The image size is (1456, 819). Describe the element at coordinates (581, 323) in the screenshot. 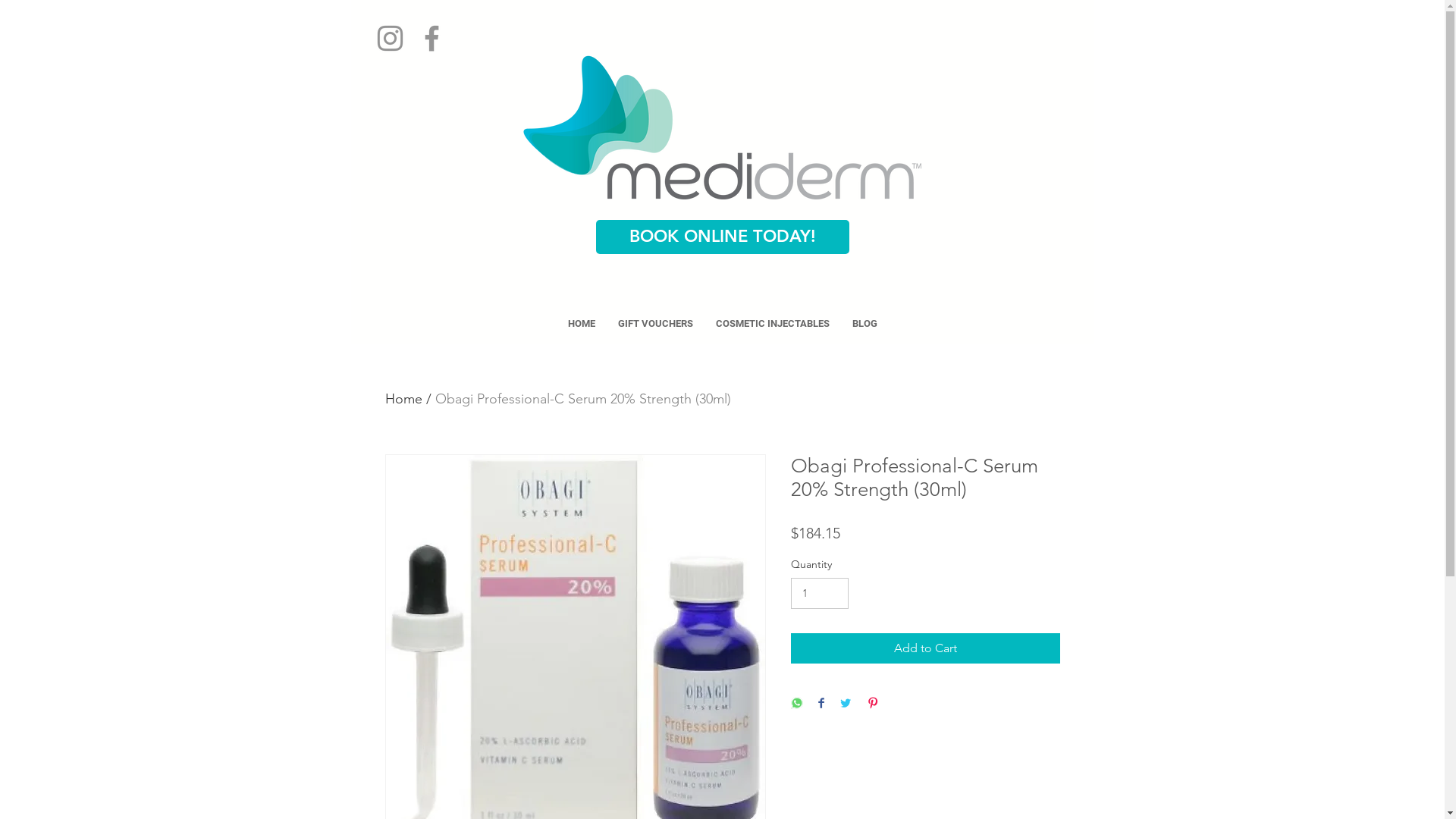

I see `'HOME'` at that location.